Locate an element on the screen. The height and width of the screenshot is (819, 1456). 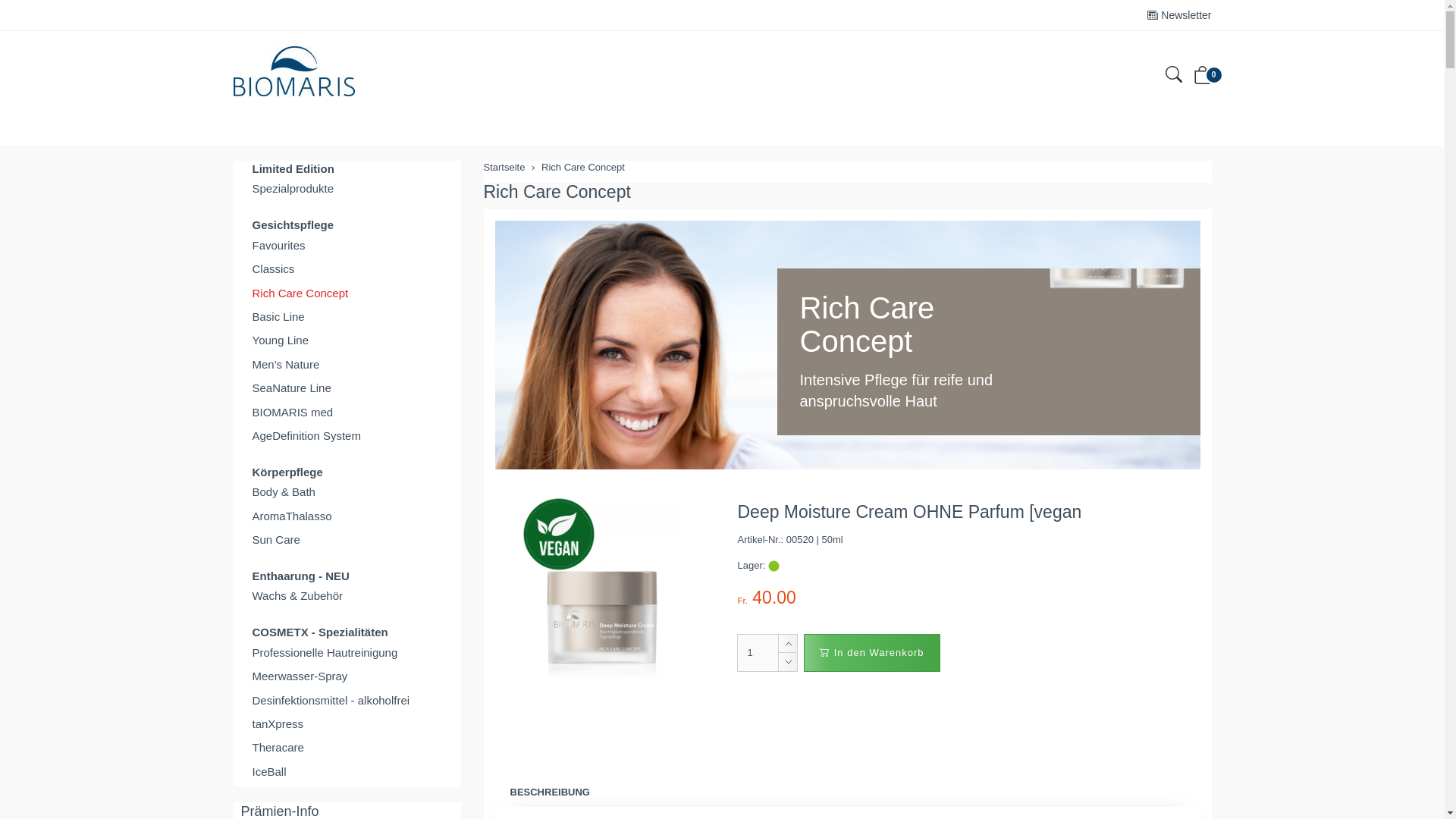
'Startseite' is located at coordinates (483, 167).